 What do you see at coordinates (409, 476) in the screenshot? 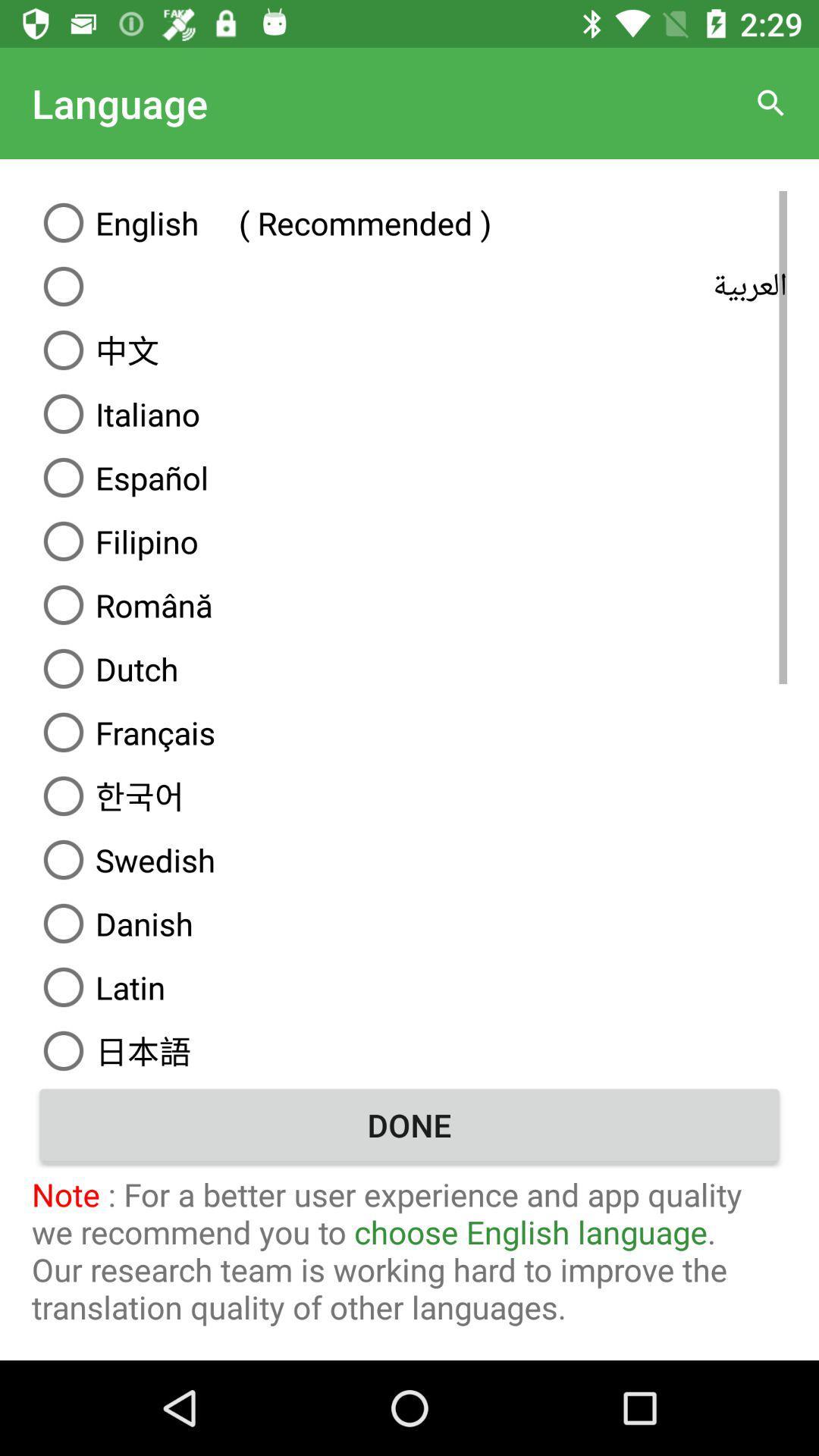
I see `the icon below italiano icon` at bounding box center [409, 476].